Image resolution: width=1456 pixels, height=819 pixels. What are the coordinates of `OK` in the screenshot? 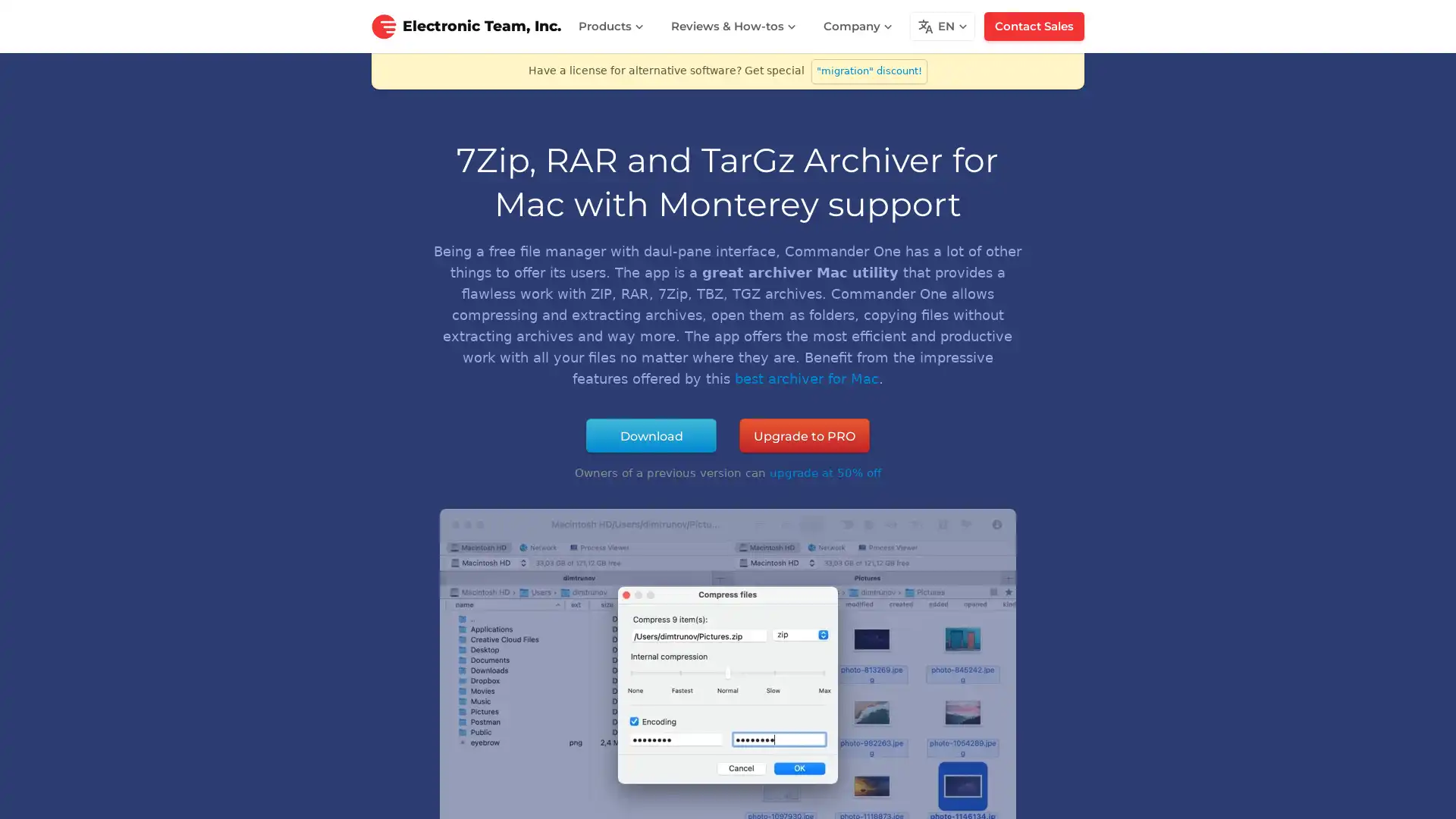 It's located at (1046, 795).